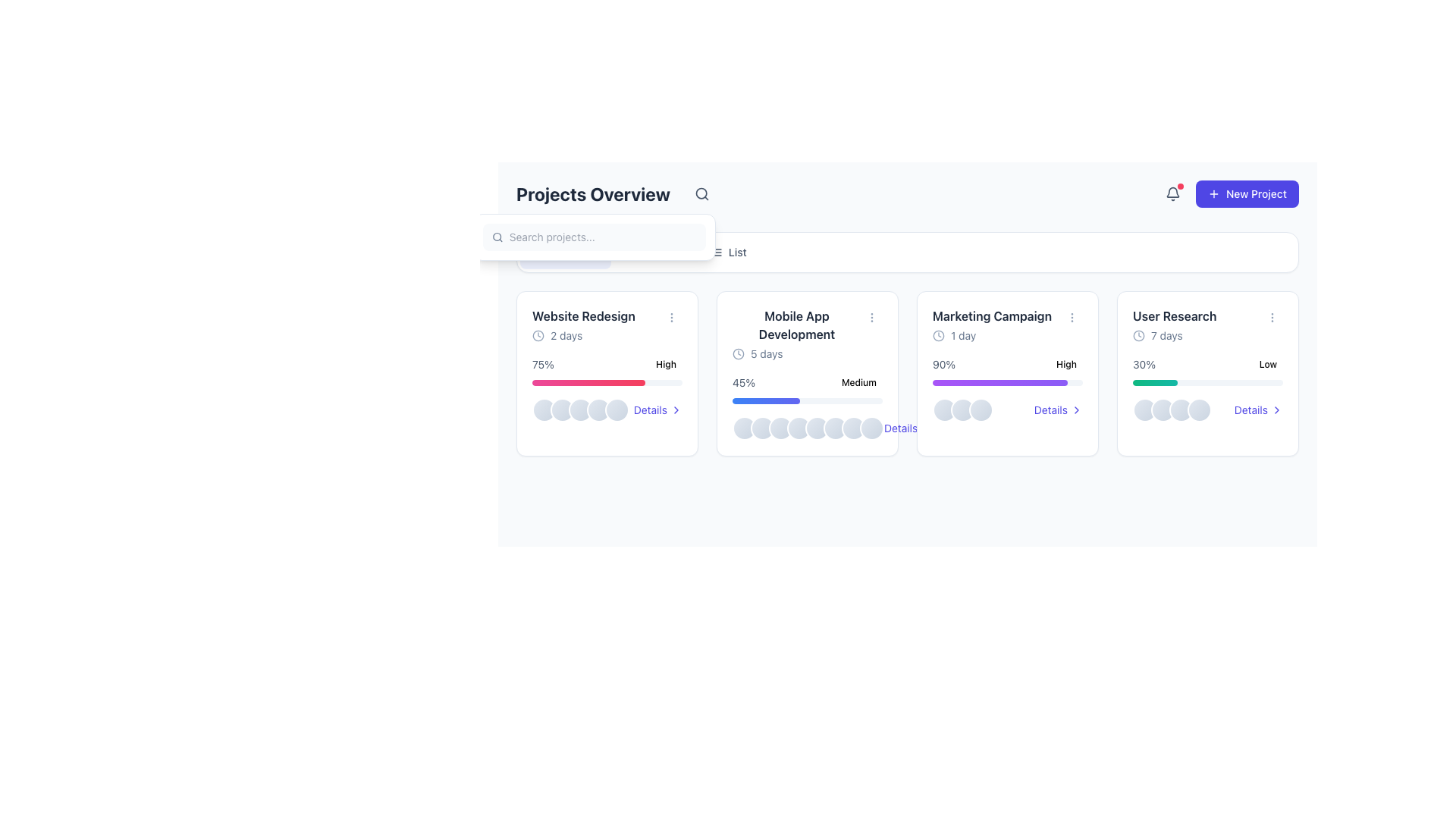 The width and height of the screenshot is (1456, 819). I want to click on the 'List' view button, which is the third option in the horizontal menu bar at the top-right section of the interface, so click(728, 251).